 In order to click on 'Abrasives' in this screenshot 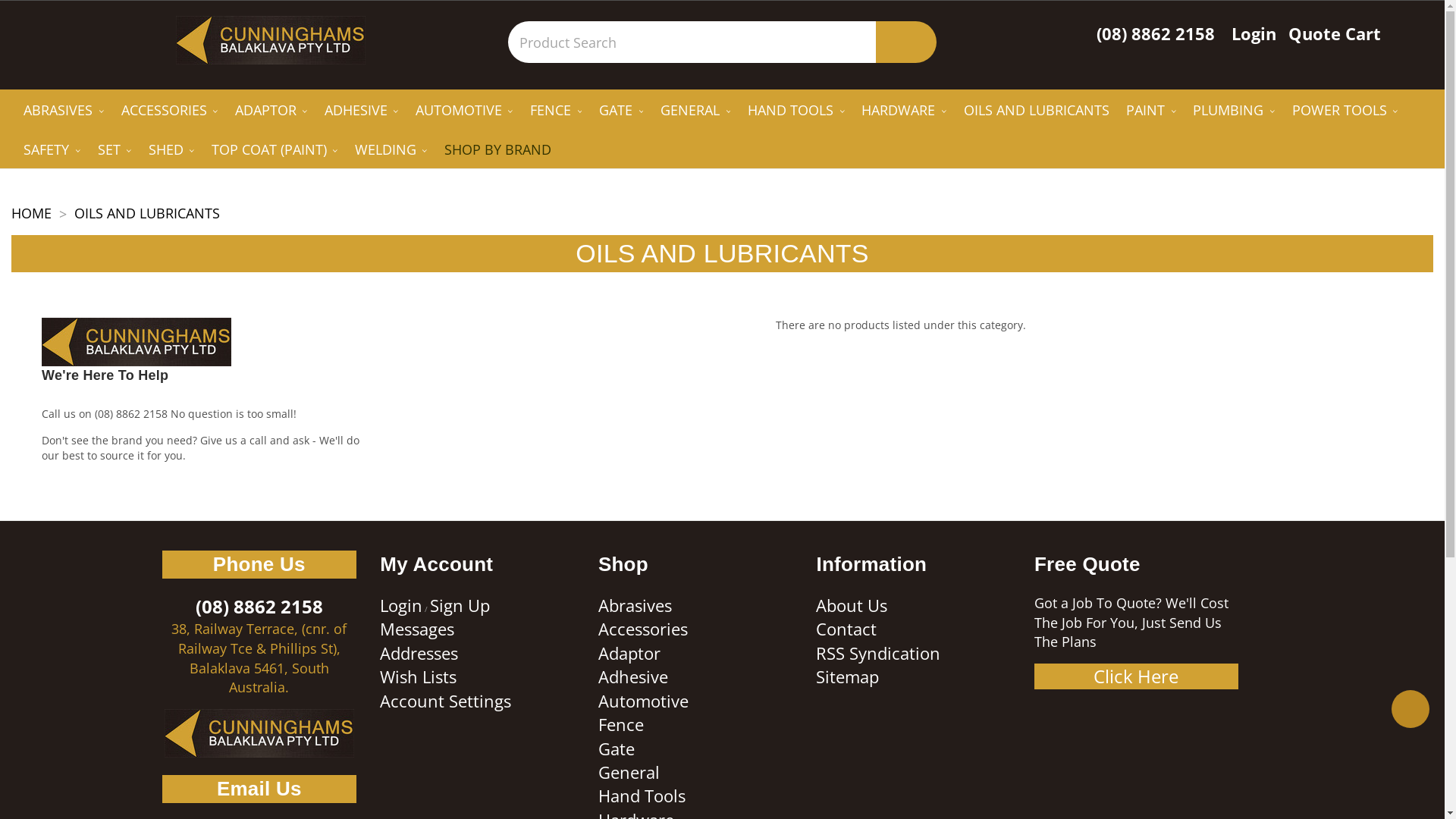, I will do `click(597, 604)`.